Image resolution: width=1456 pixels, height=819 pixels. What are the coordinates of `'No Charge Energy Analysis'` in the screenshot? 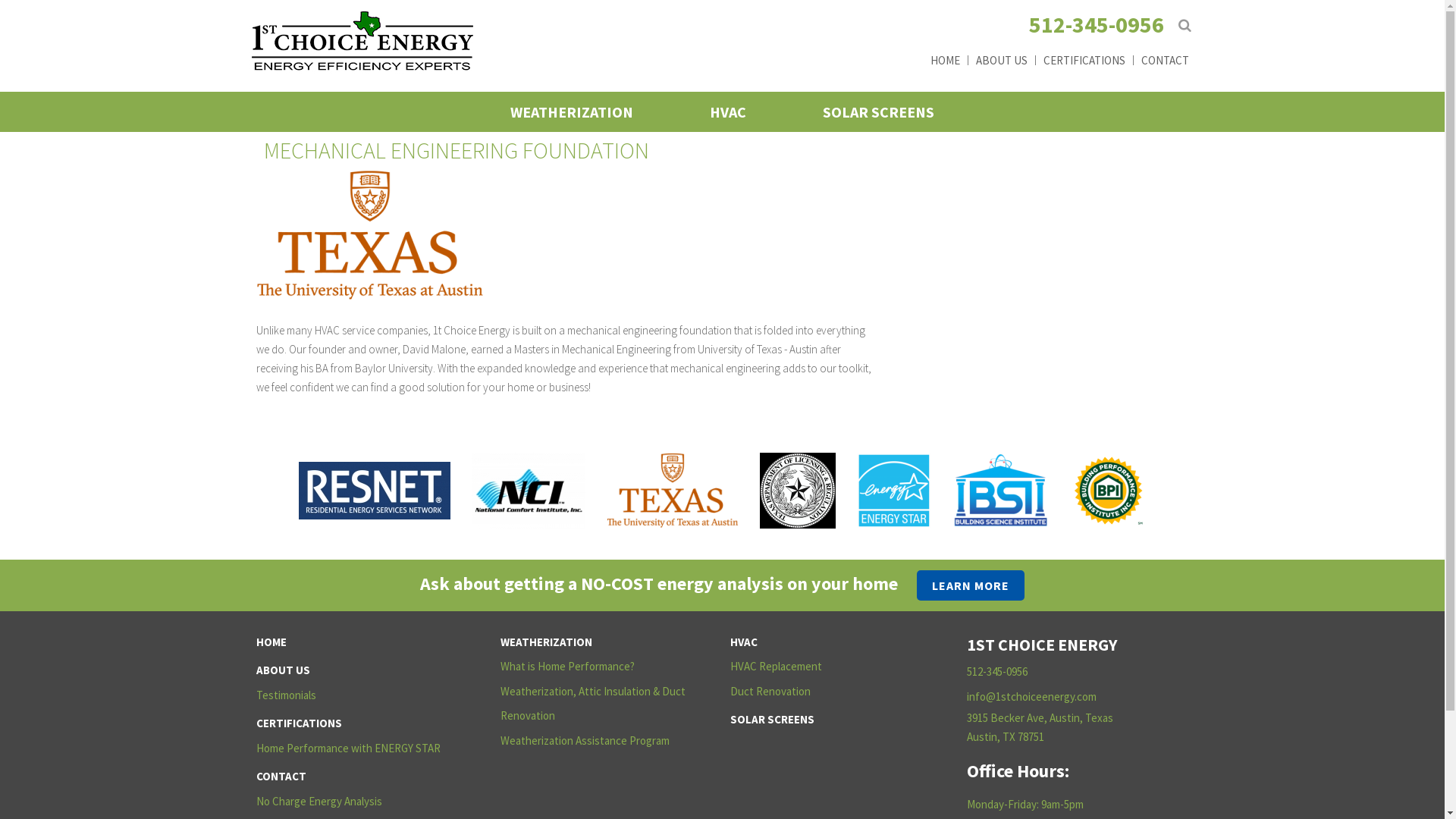 It's located at (359, 801).